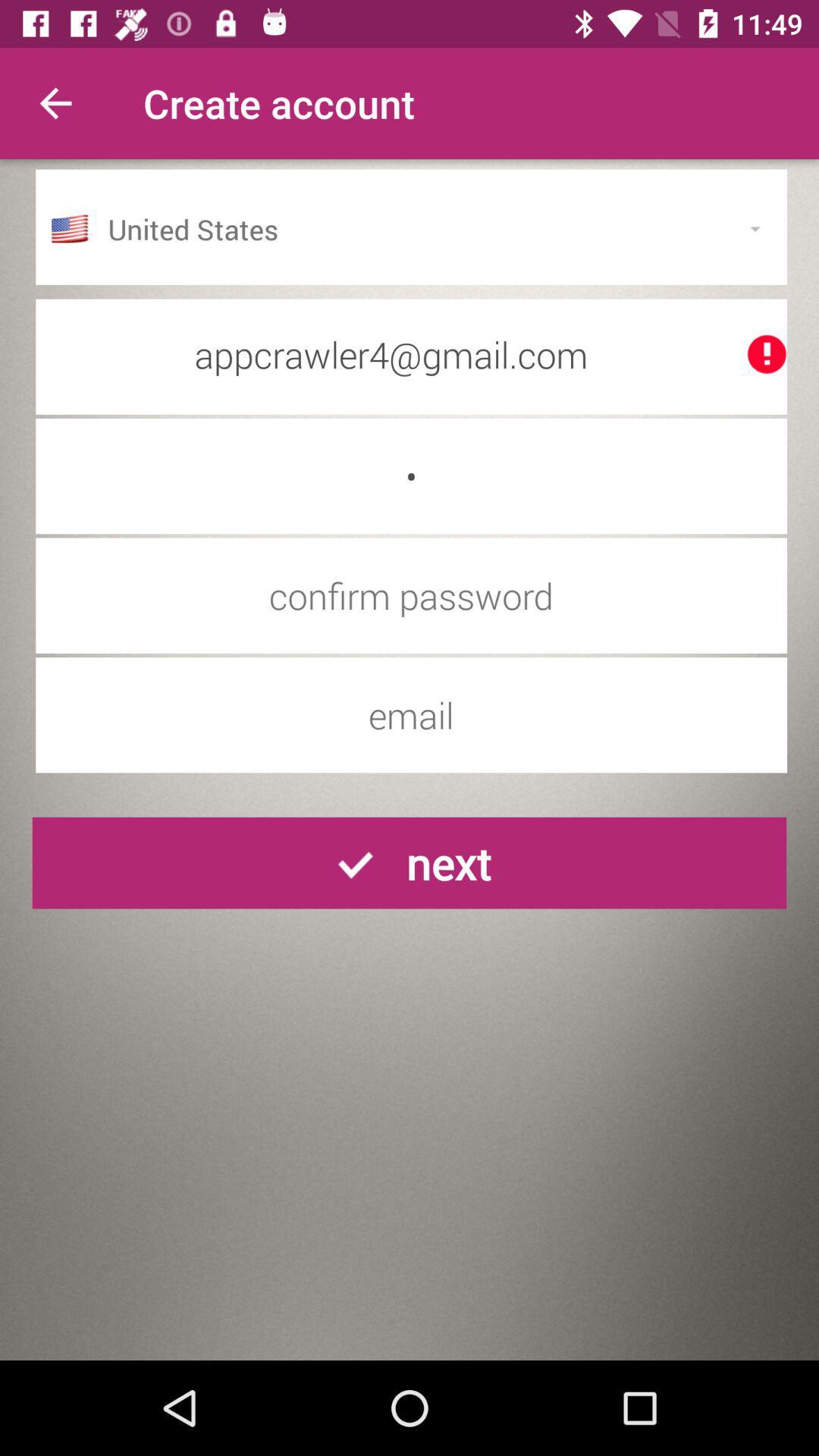 The width and height of the screenshot is (819, 1456). Describe the element at coordinates (411, 595) in the screenshot. I see `type the password` at that location.